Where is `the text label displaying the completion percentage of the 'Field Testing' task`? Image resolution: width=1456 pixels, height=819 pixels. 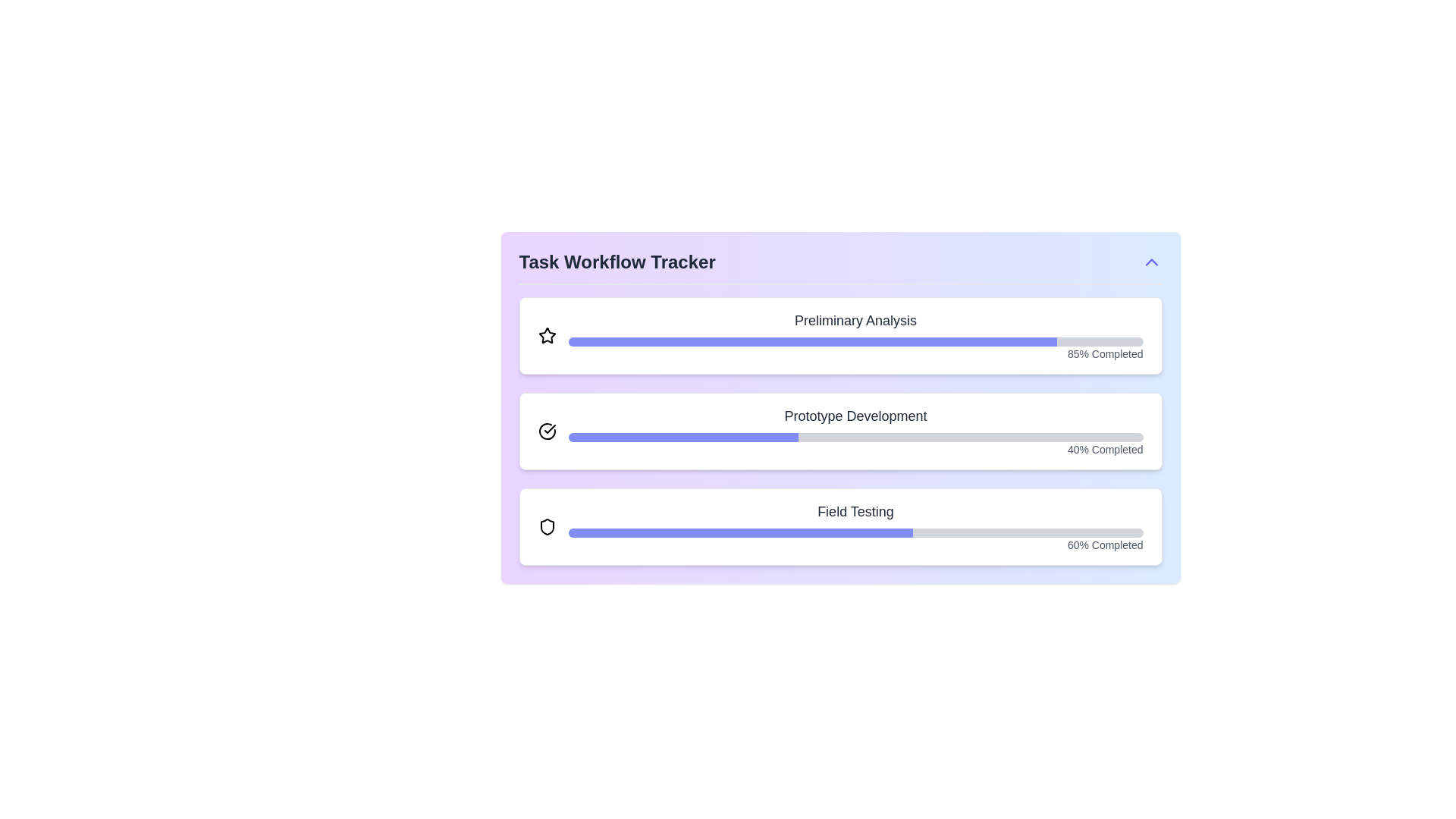 the text label displaying the completion percentage of the 'Field Testing' task is located at coordinates (855, 544).